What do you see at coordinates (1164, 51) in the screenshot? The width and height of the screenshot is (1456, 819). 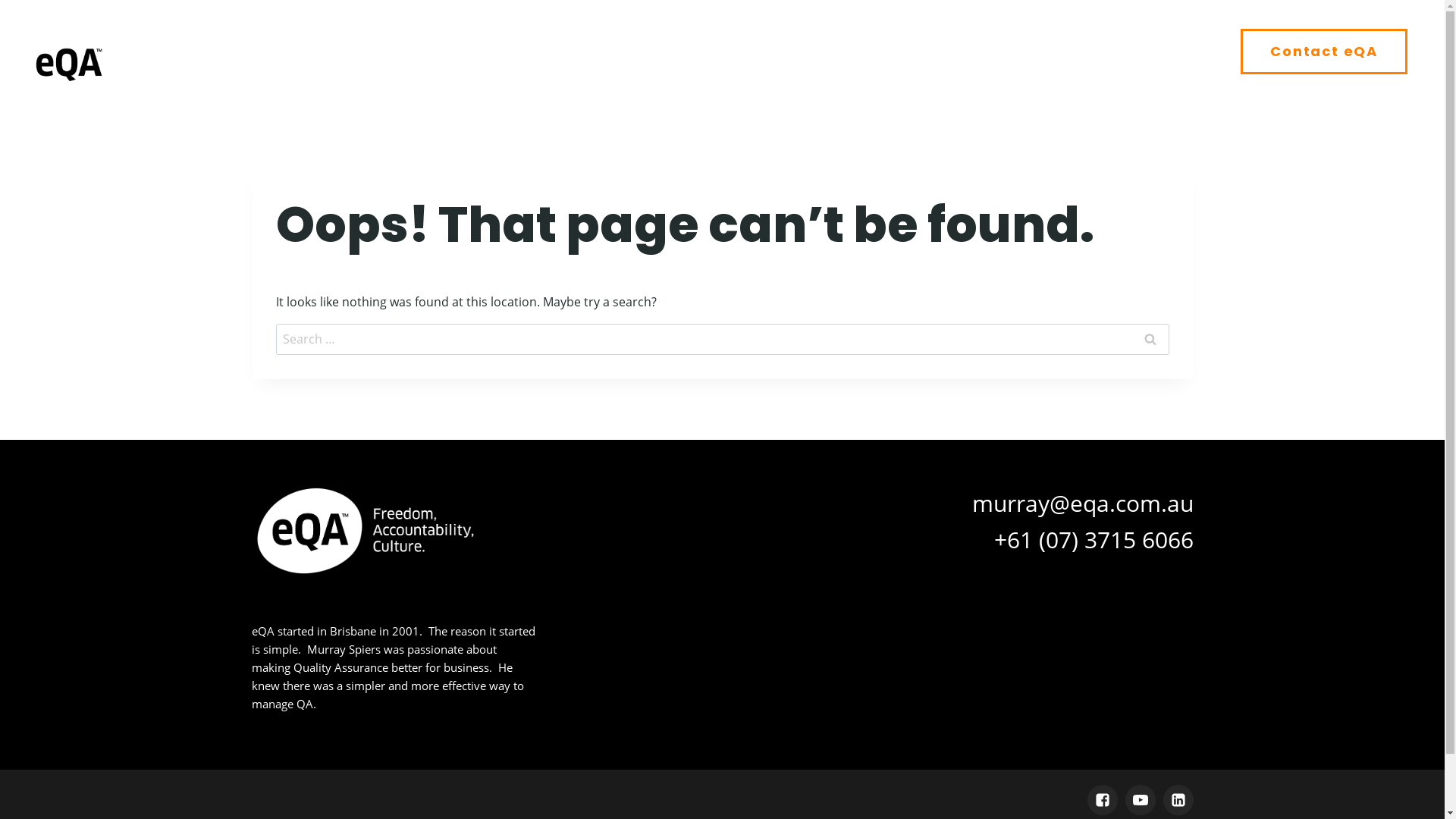 I see `'Resources'` at bounding box center [1164, 51].